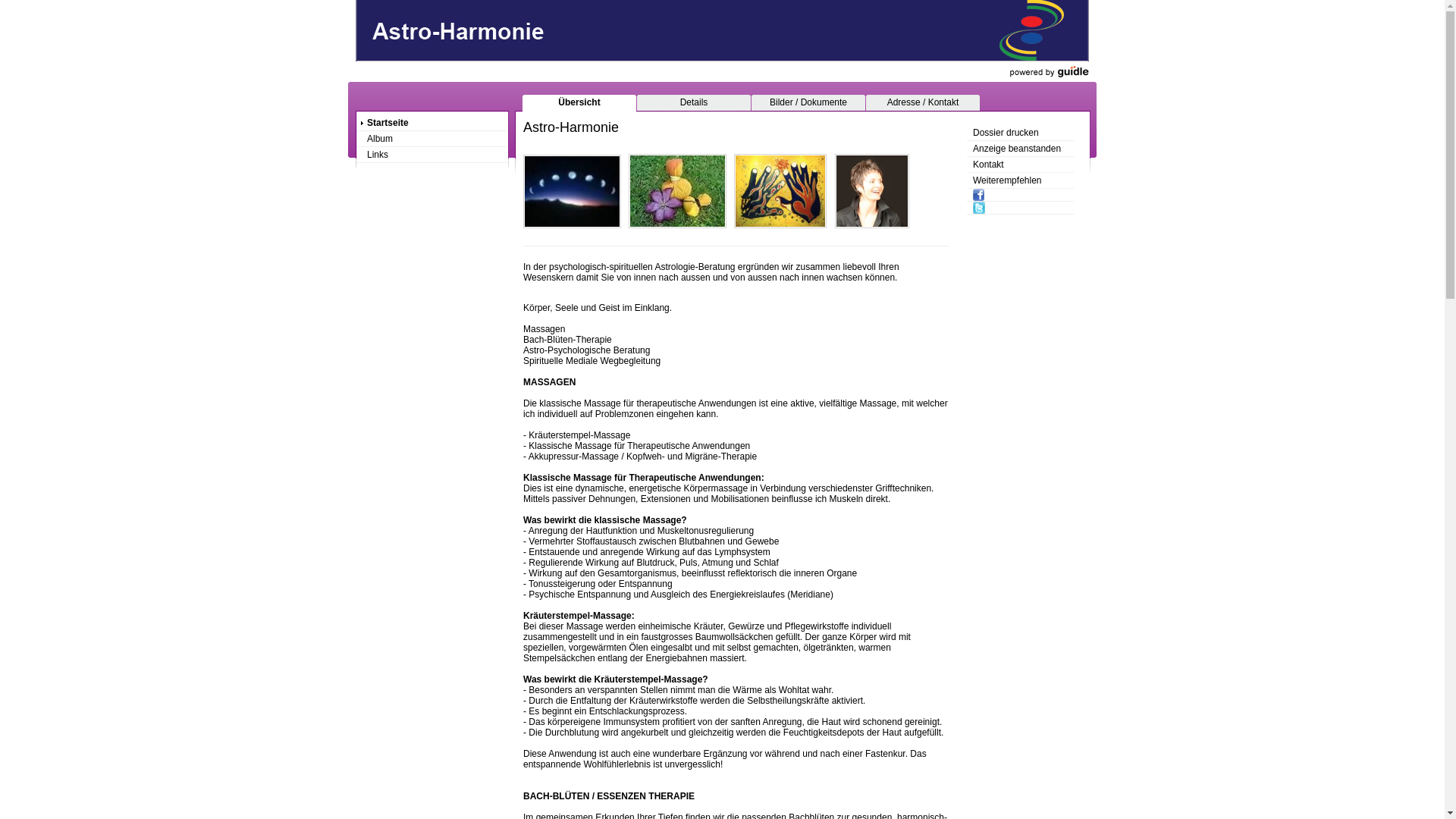 This screenshot has height=819, width=1456. What do you see at coordinates (637, 102) in the screenshot?
I see `'Details'` at bounding box center [637, 102].